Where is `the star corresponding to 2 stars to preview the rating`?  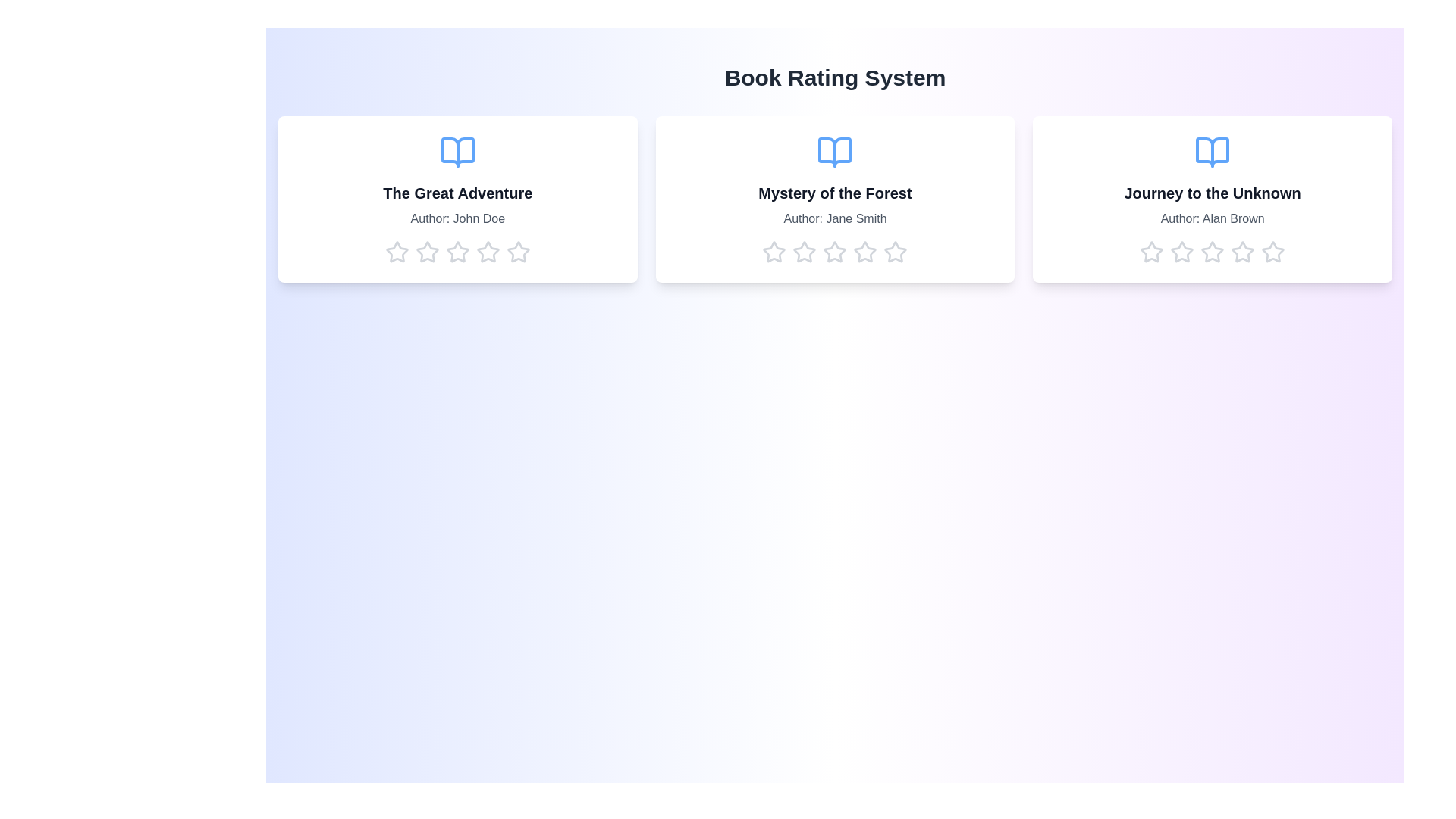 the star corresponding to 2 stars to preview the rating is located at coordinates (426, 251).